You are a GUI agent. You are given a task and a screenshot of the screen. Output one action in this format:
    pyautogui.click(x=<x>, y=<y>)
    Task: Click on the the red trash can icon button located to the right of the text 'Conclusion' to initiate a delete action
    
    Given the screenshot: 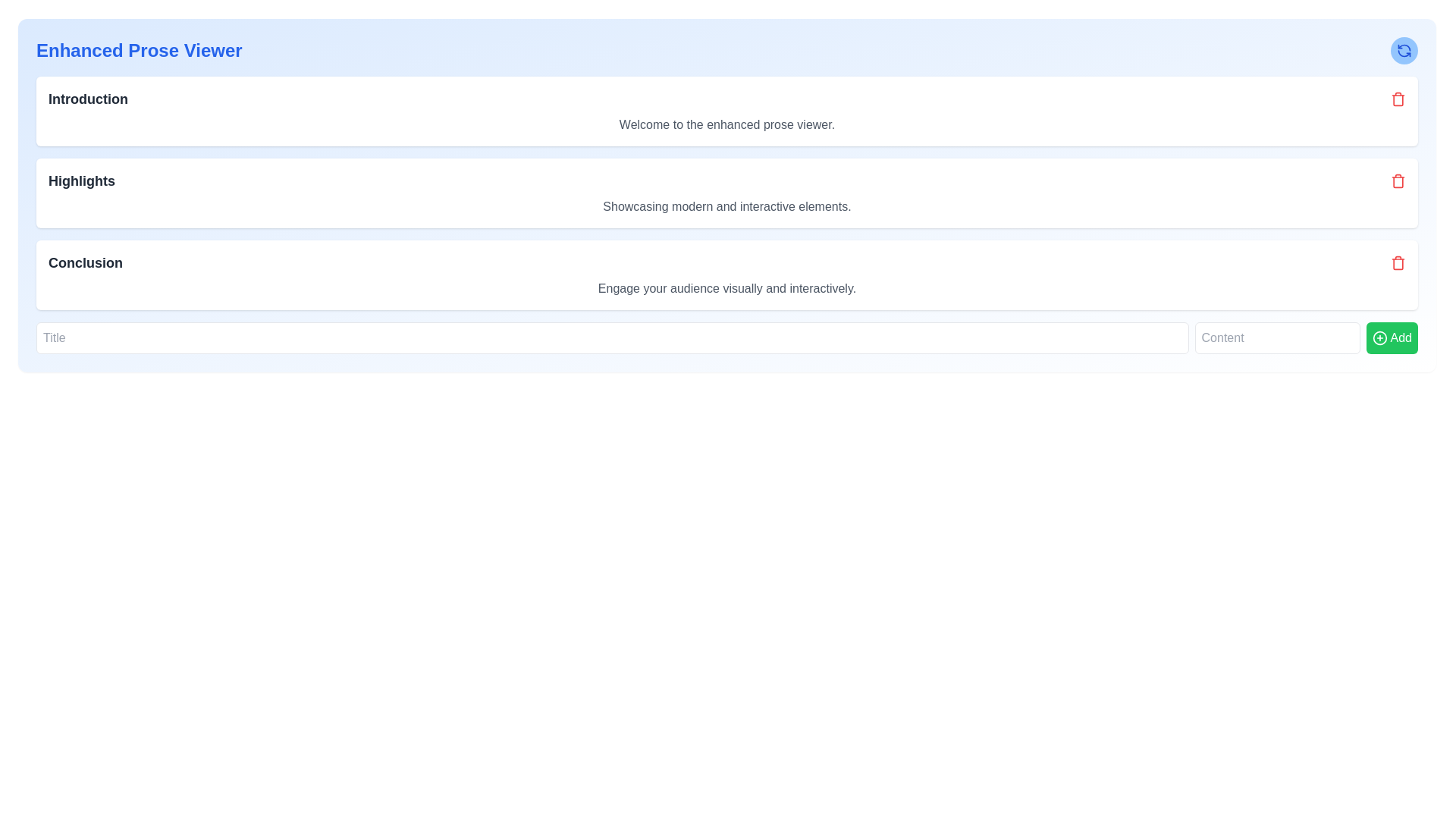 What is the action you would take?
    pyautogui.click(x=1397, y=262)
    